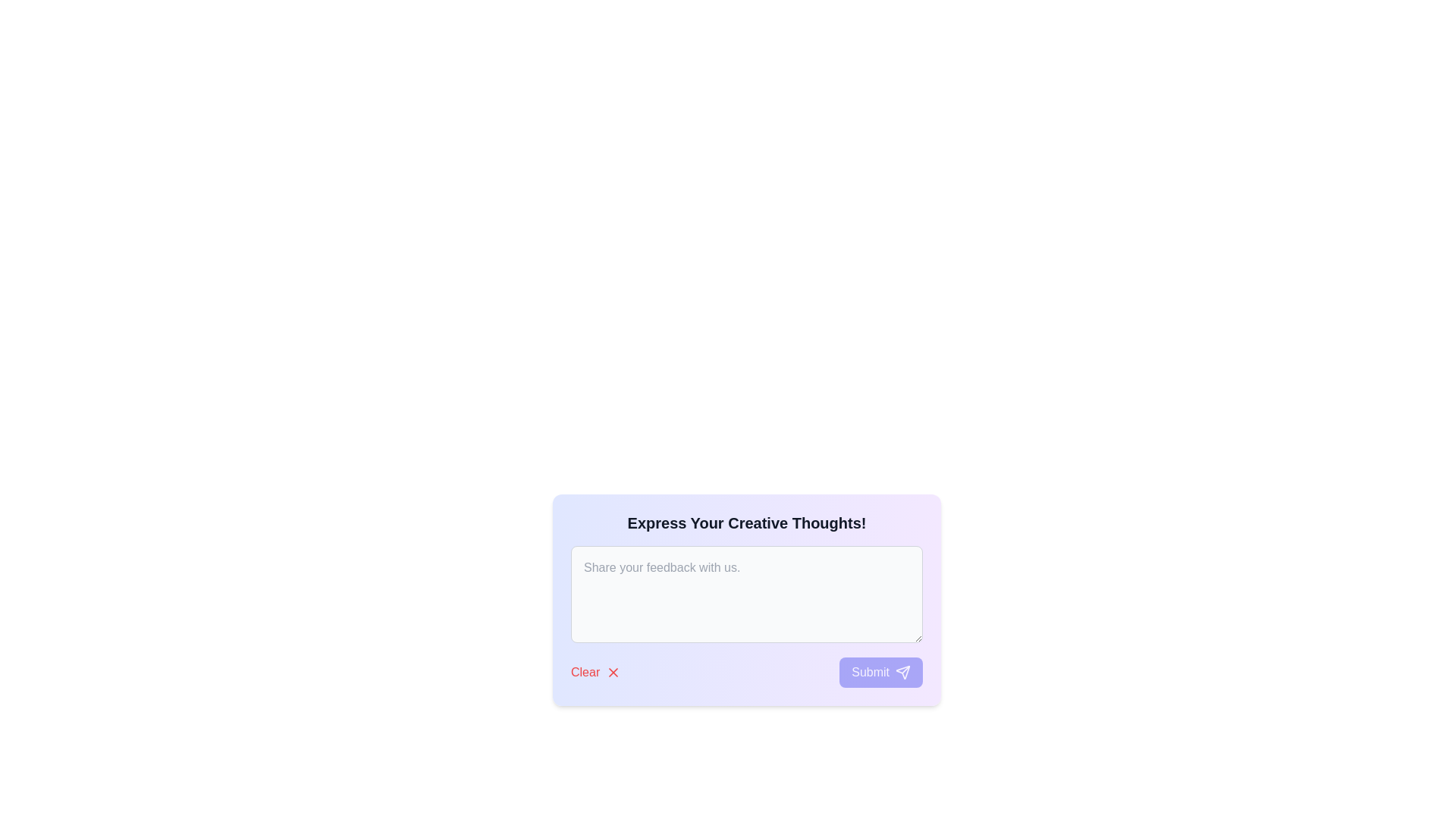 Image resolution: width=1456 pixels, height=819 pixels. Describe the element at coordinates (881, 672) in the screenshot. I see `the submit button located at the lower-right corner of the feedback submission interface` at that location.